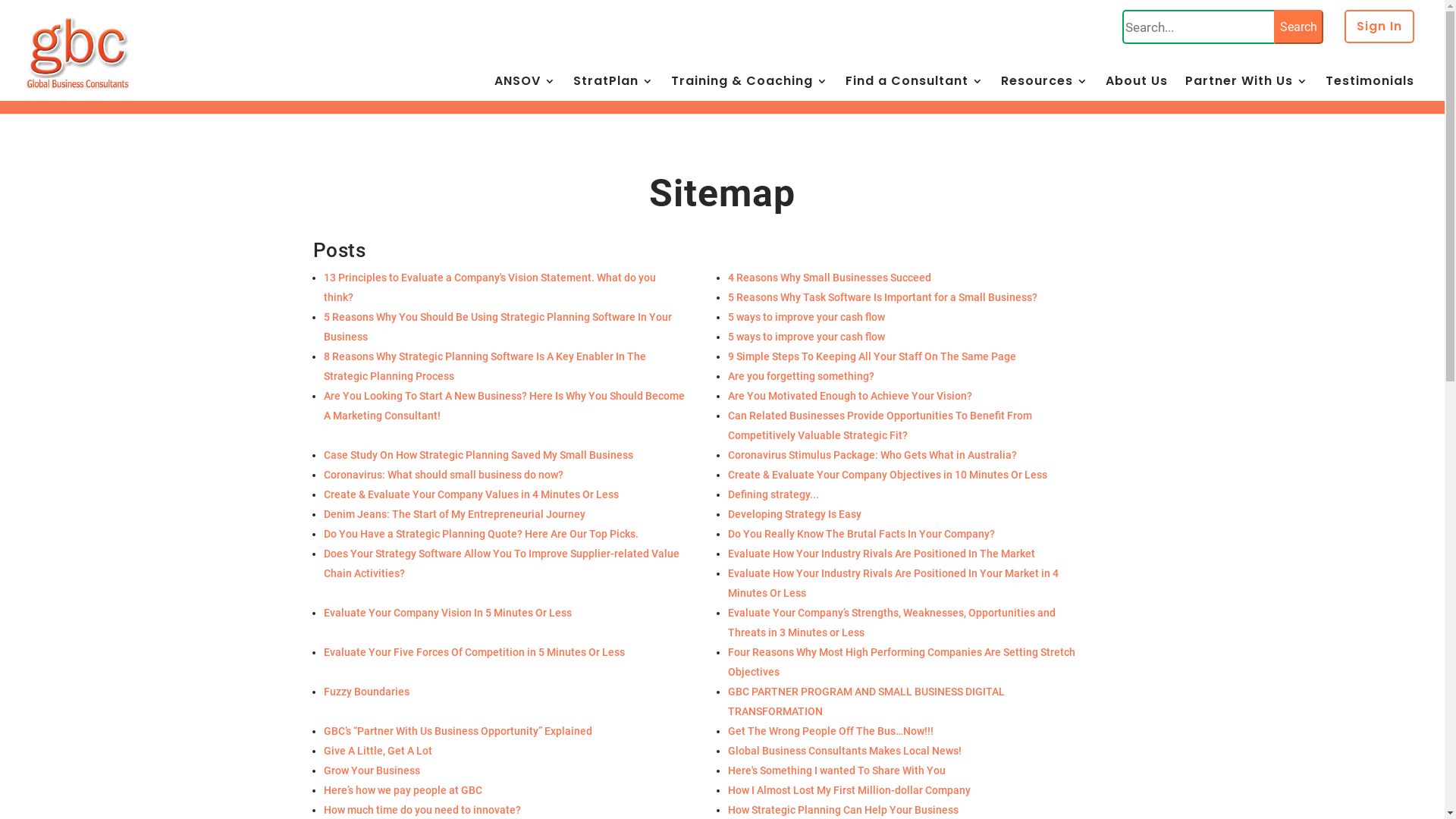 The width and height of the screenshot is (1456, 819). I want to click on 'Sign In', so click(1379, 34).